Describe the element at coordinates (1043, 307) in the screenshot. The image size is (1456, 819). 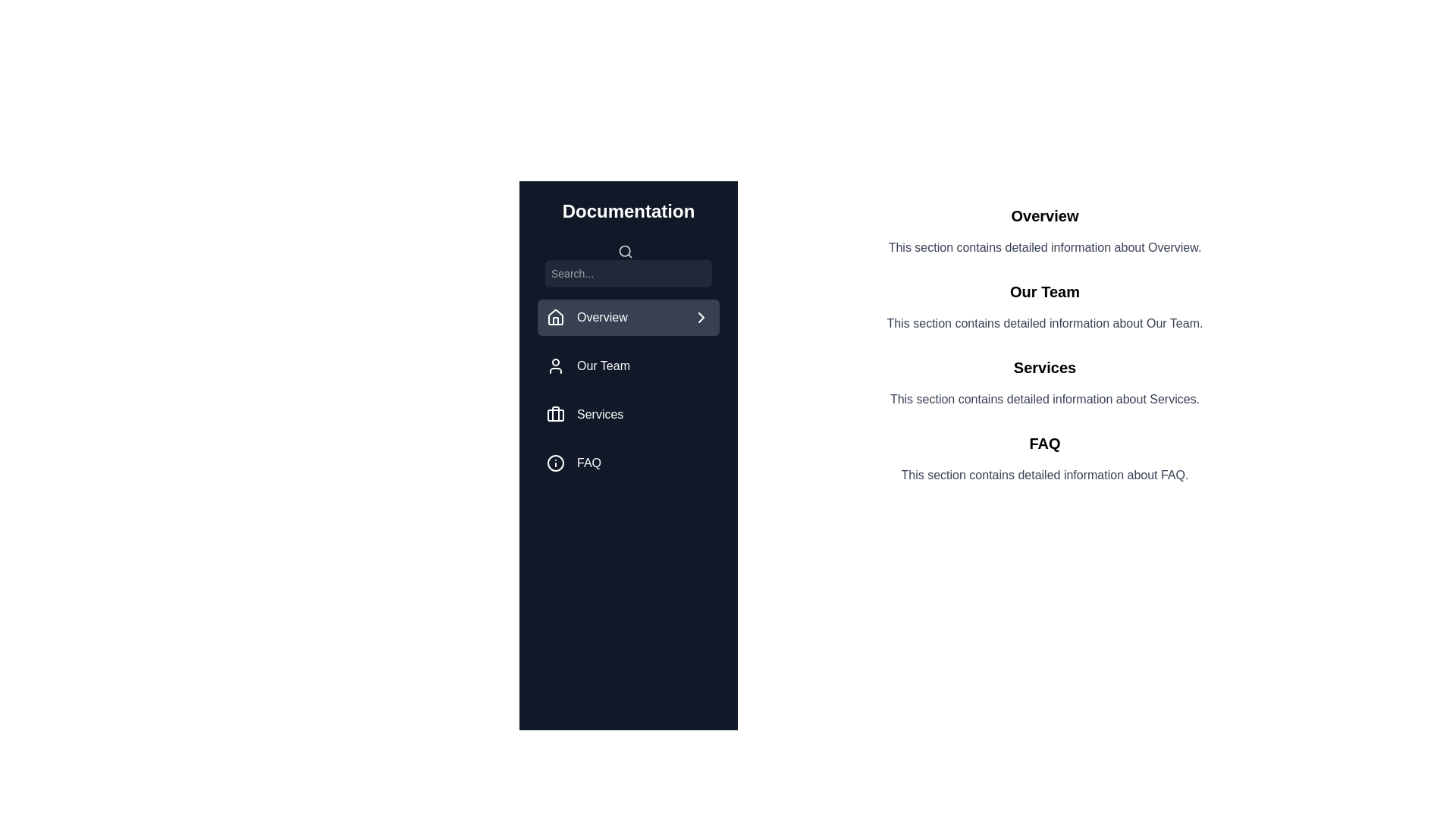
I see `the 'Our Team' text block` at that location.